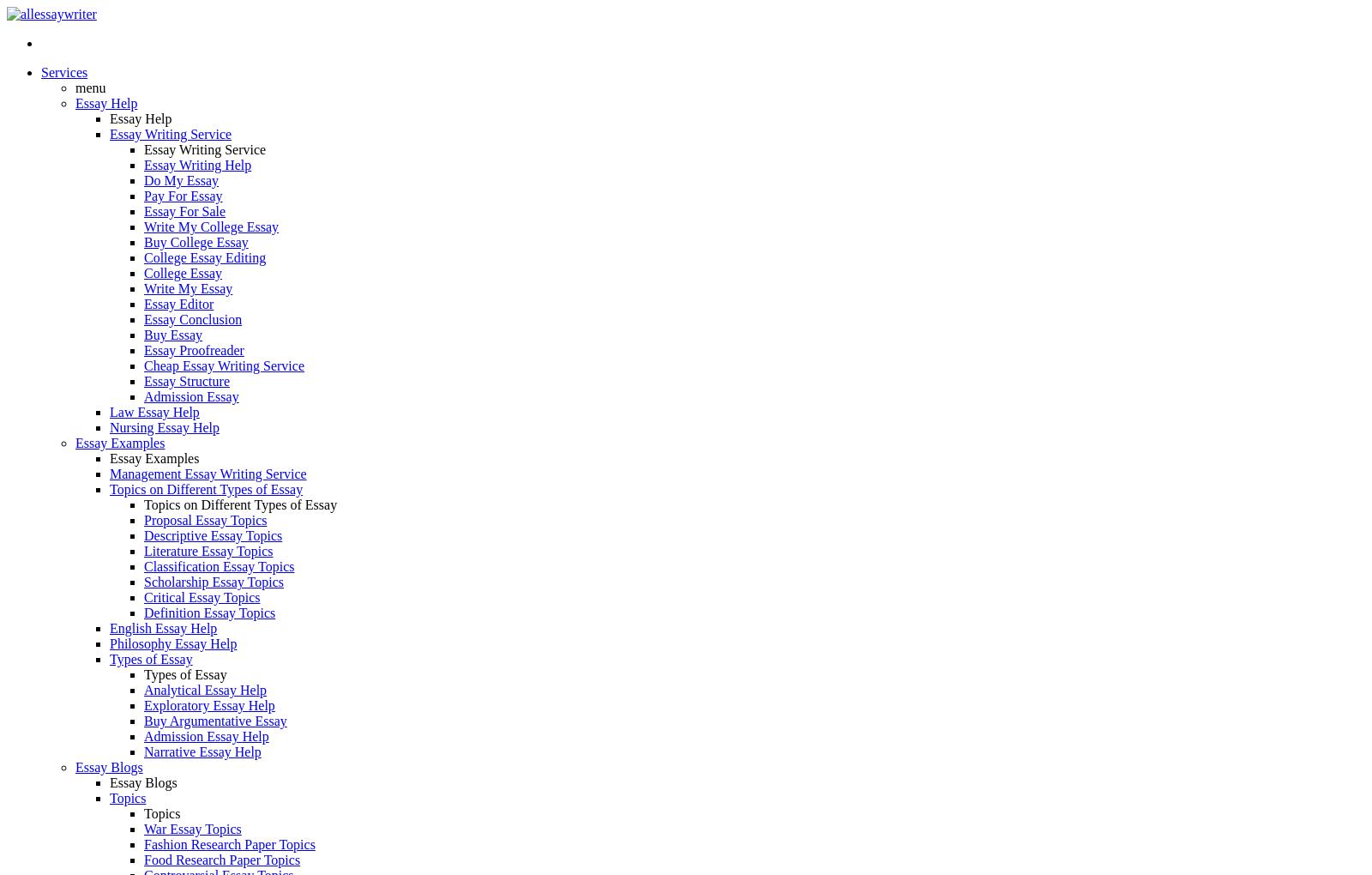 The width and height of the screenshot is (1372, 875). I want to click on 'Literature Essay Topics', so click(208, 551).